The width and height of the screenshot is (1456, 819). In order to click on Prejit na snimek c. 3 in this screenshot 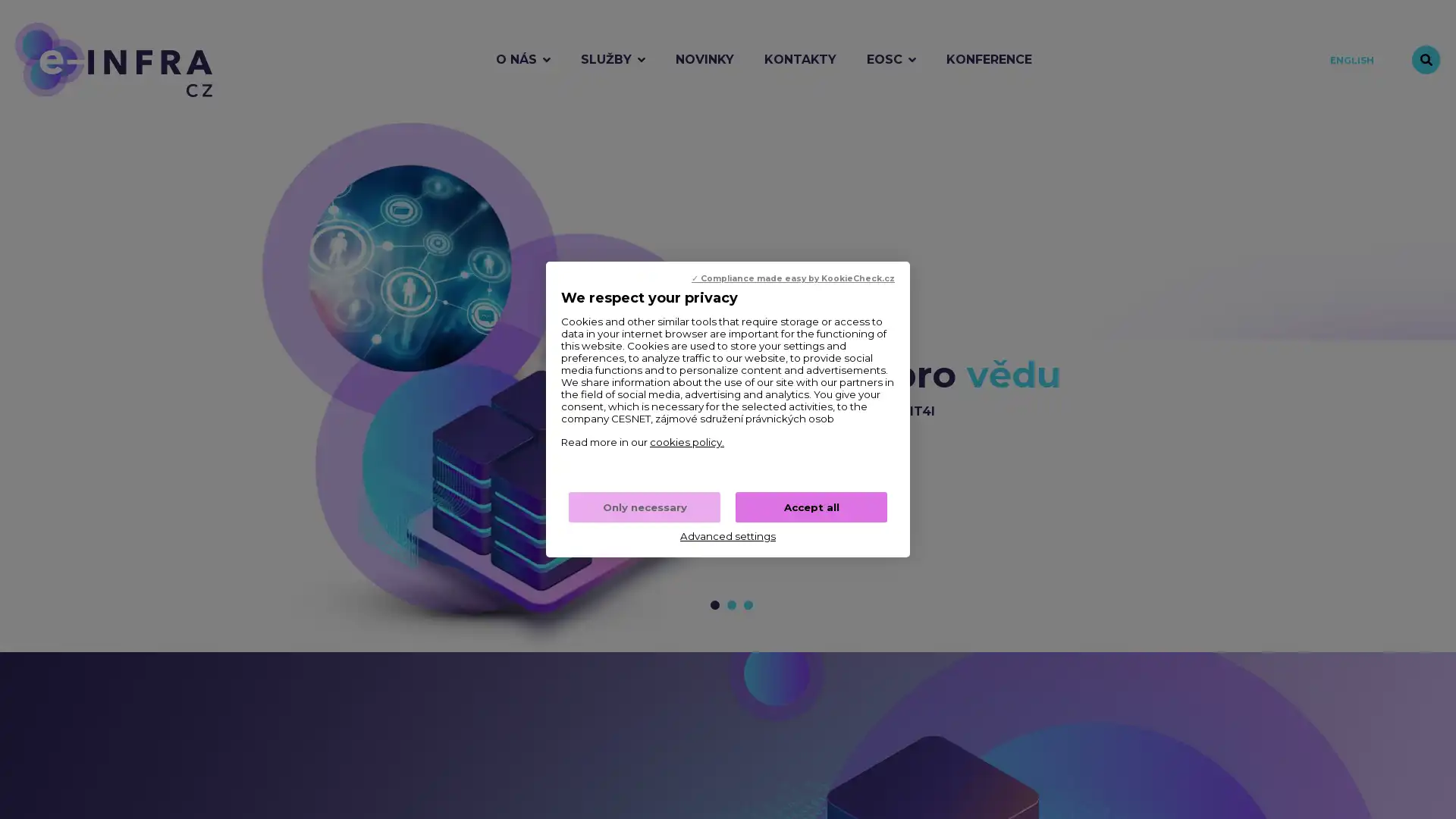, I will do `click(748, 604)`.